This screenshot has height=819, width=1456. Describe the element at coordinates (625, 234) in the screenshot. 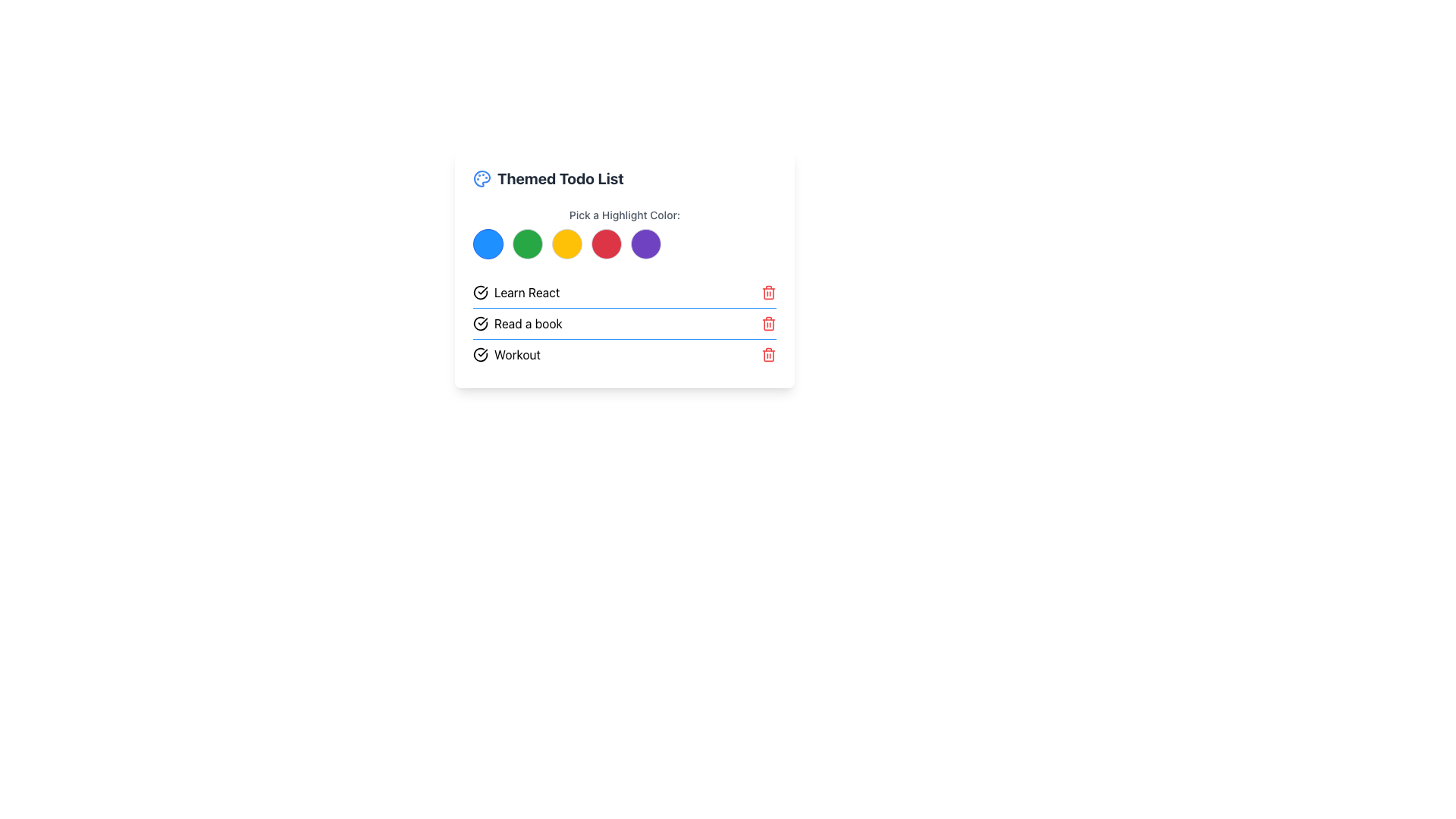

I see `the Color Picker Section` at that location.